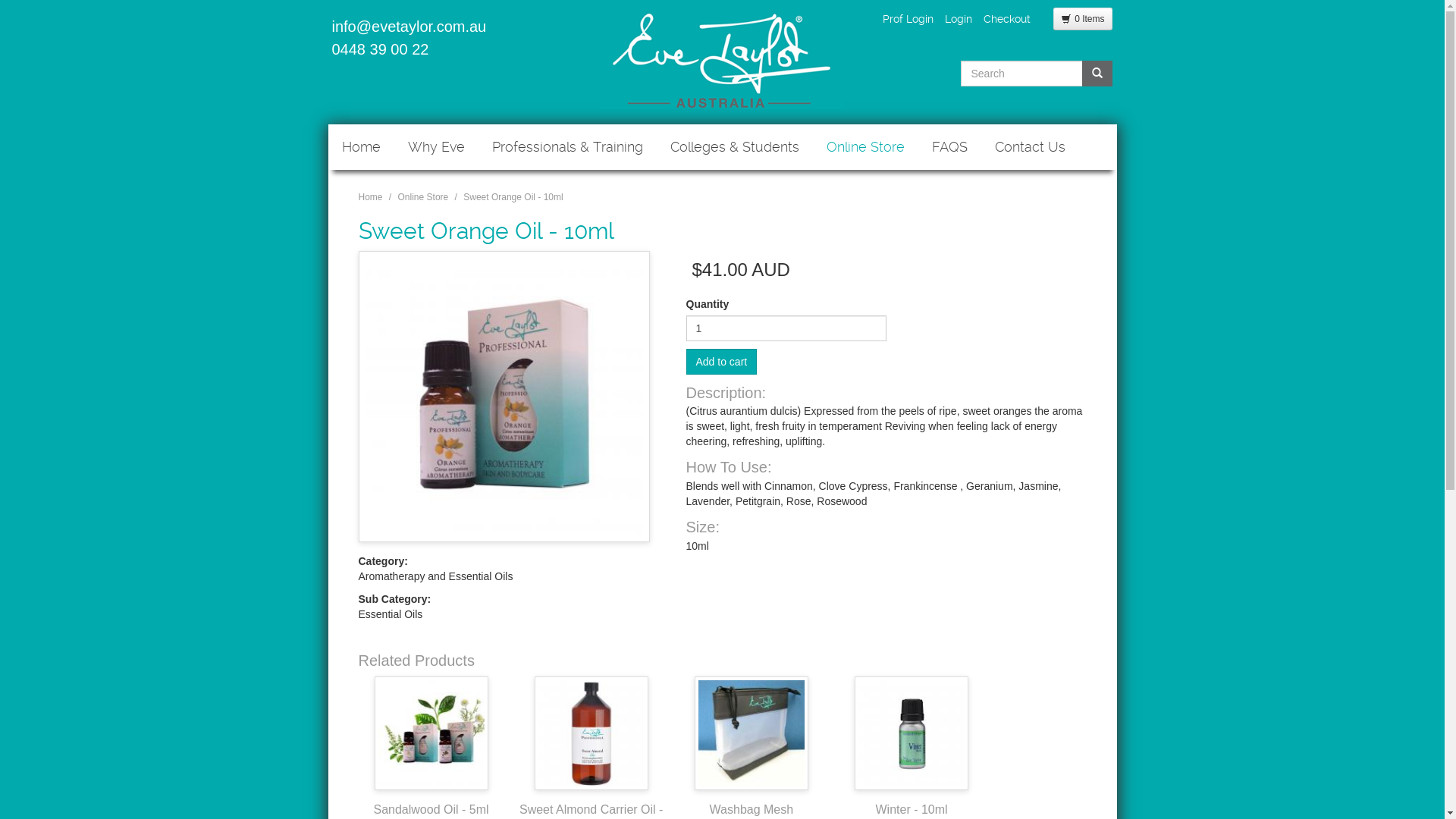  I want to click on '0 Items', so click(1081, 18).